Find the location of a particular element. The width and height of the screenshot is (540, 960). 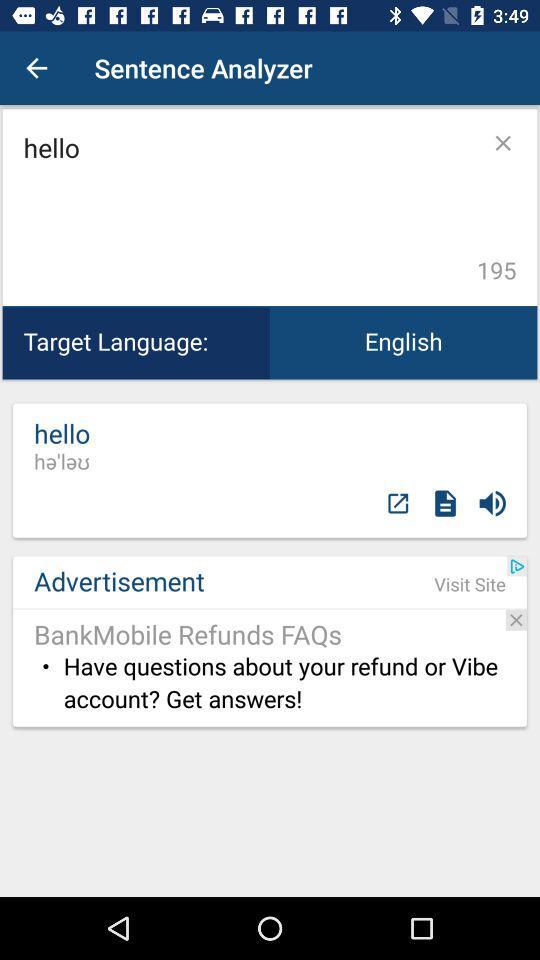

icon next to the sentence analyzer icon is located at coordinates (36, 68).